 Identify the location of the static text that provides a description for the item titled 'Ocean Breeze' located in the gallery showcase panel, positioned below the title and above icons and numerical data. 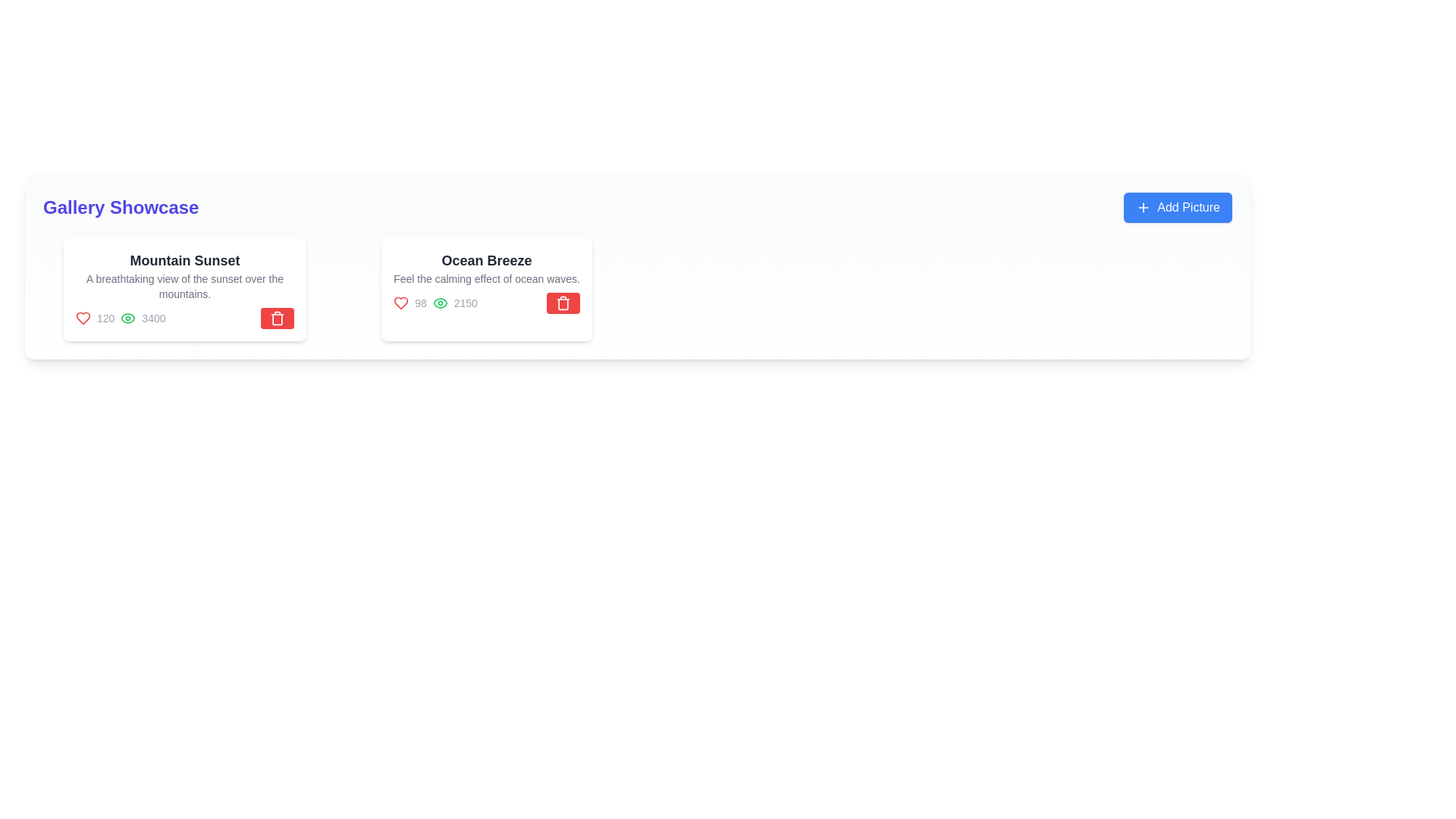
(487, 278).